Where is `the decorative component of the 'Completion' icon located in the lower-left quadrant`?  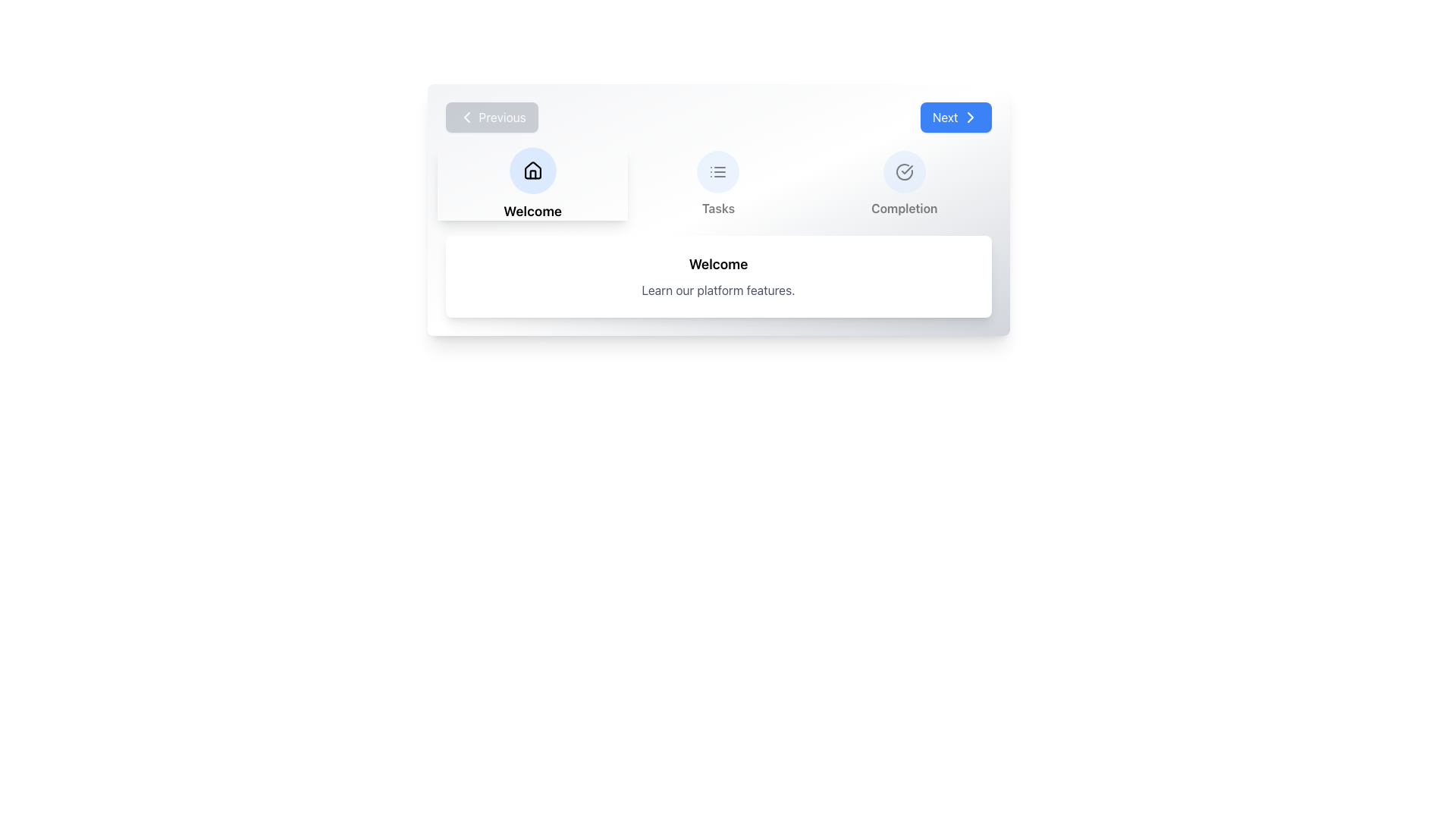
the decorative component of the 'Completion' icon located in the lower-left quadrant is located at coordinates (904, 171).